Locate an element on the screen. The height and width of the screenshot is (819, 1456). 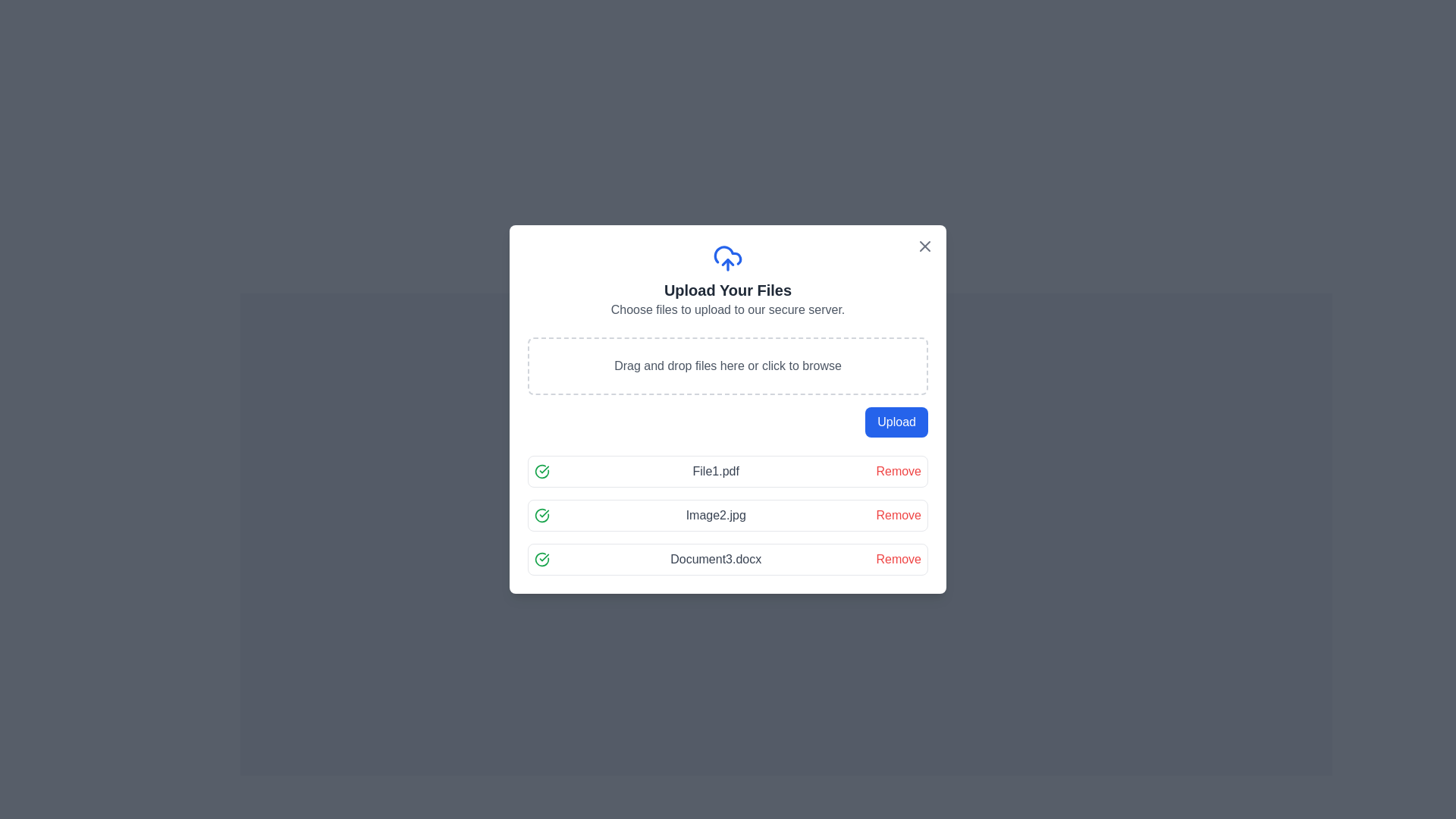
the instructional text label located below the heading 'Upload Your Files' and above the drag-and-drop area is located at coordinates (728, 309).